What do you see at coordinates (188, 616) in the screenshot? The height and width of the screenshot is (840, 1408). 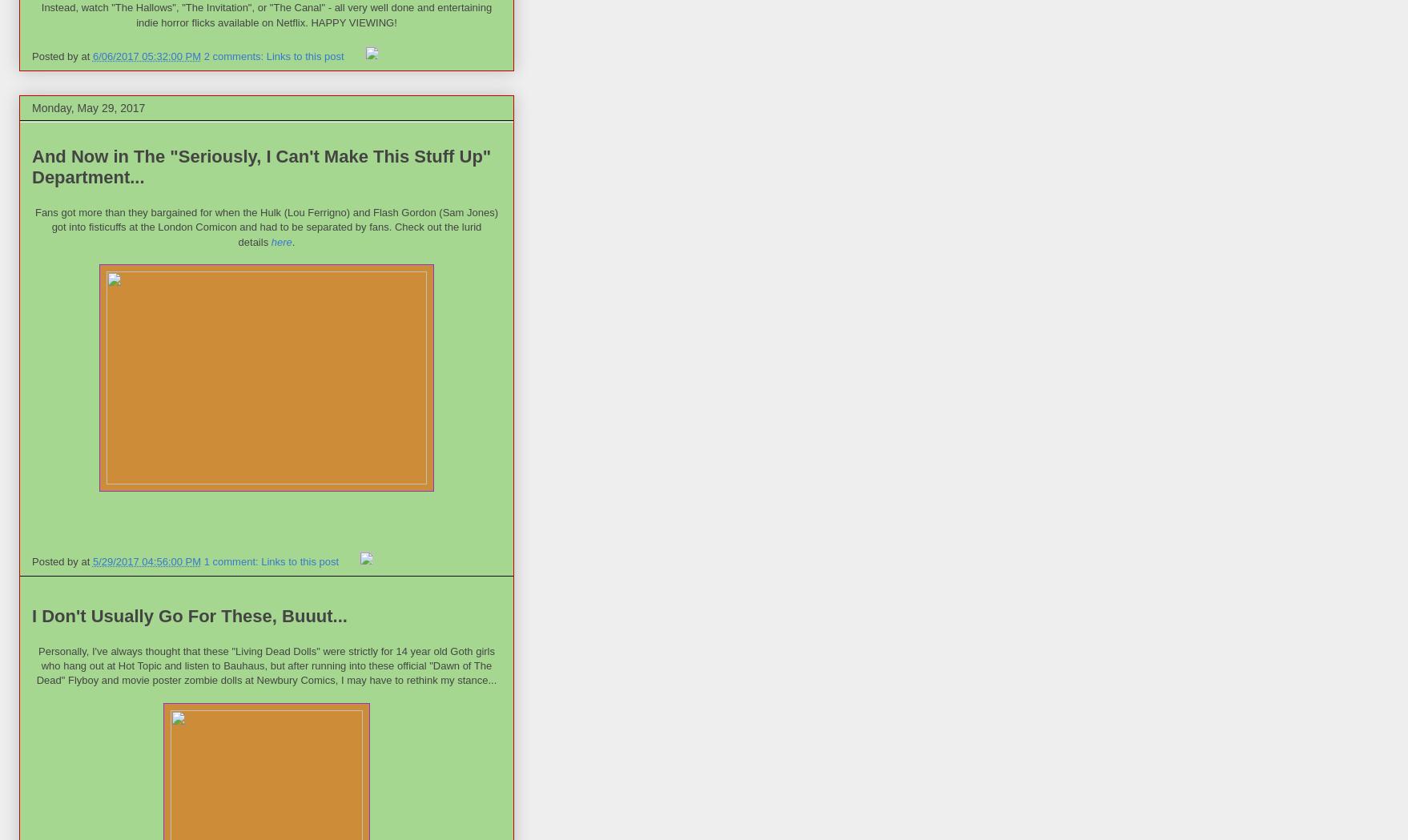 I see `'I Don't Usually Go For These, Buuut...'` at bounding box center [188, 616].